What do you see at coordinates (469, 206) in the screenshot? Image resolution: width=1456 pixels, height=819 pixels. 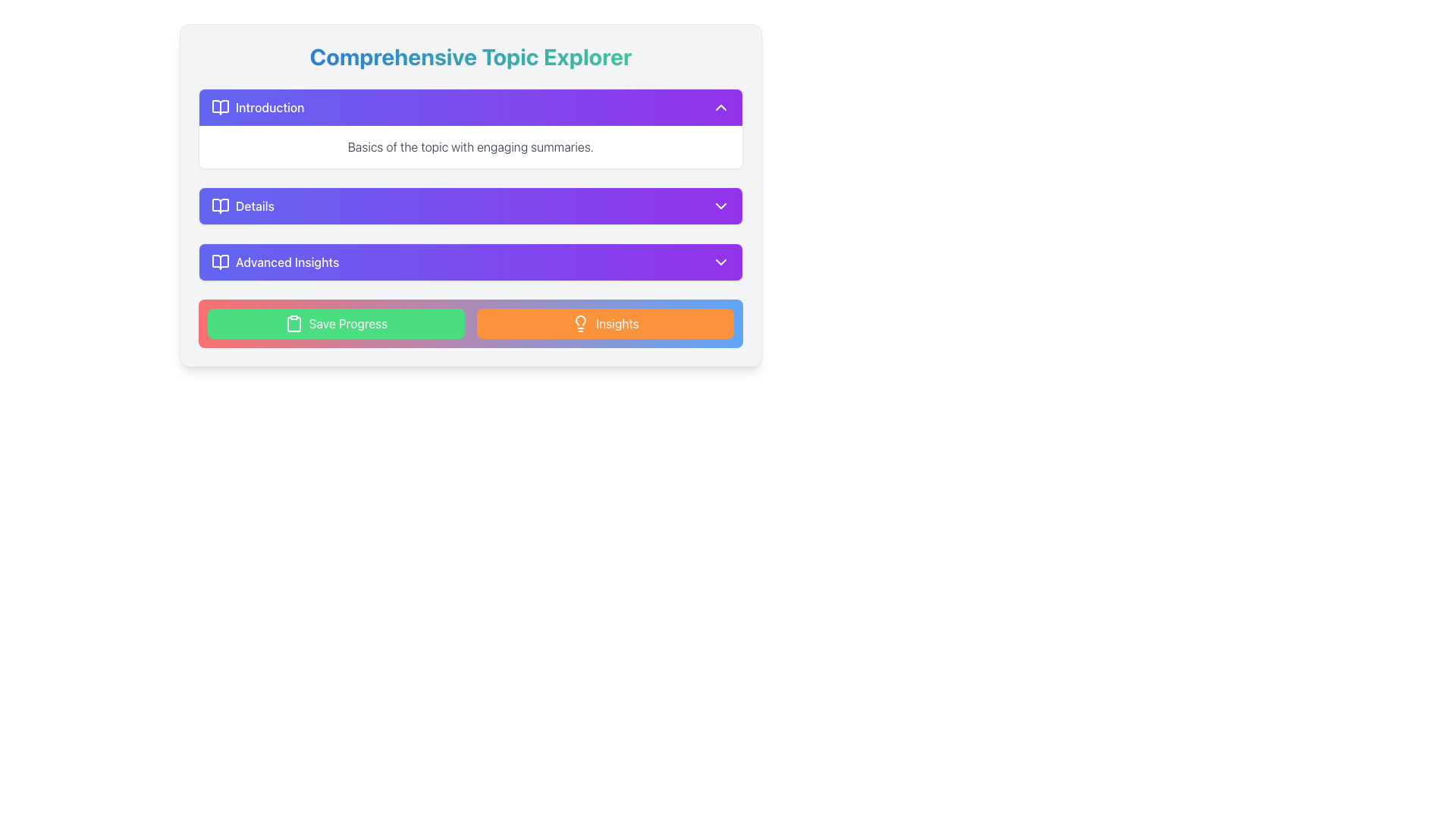 I see `the second expandable button in the 'Comprehensive Topic Explorer'` at bounding box center [469, 206].